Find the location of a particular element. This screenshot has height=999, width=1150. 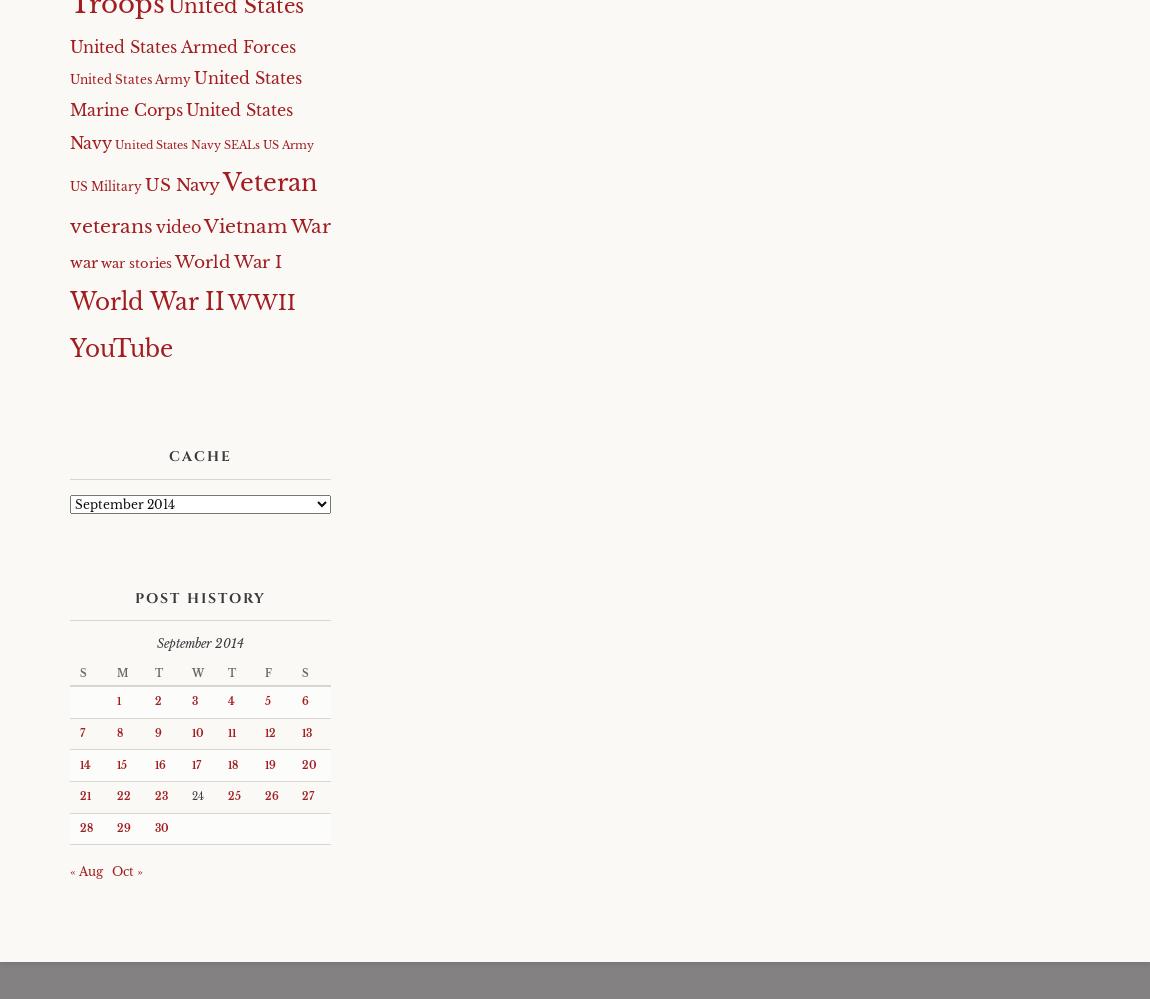

'W' is located at coordinates (197, 672).